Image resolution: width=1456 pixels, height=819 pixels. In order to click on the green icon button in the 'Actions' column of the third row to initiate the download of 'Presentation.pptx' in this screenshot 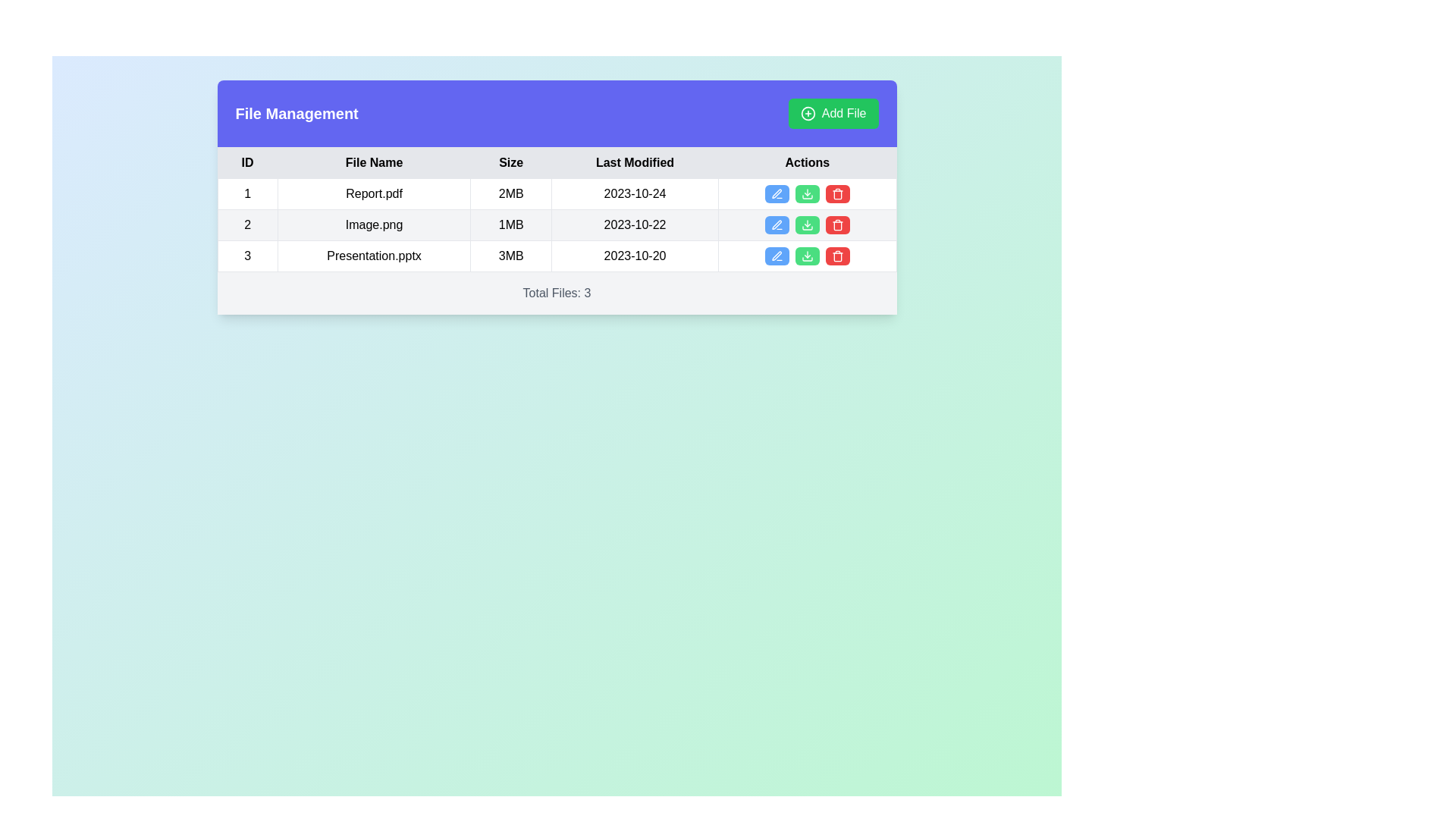, I will do `click(806, 193)`.